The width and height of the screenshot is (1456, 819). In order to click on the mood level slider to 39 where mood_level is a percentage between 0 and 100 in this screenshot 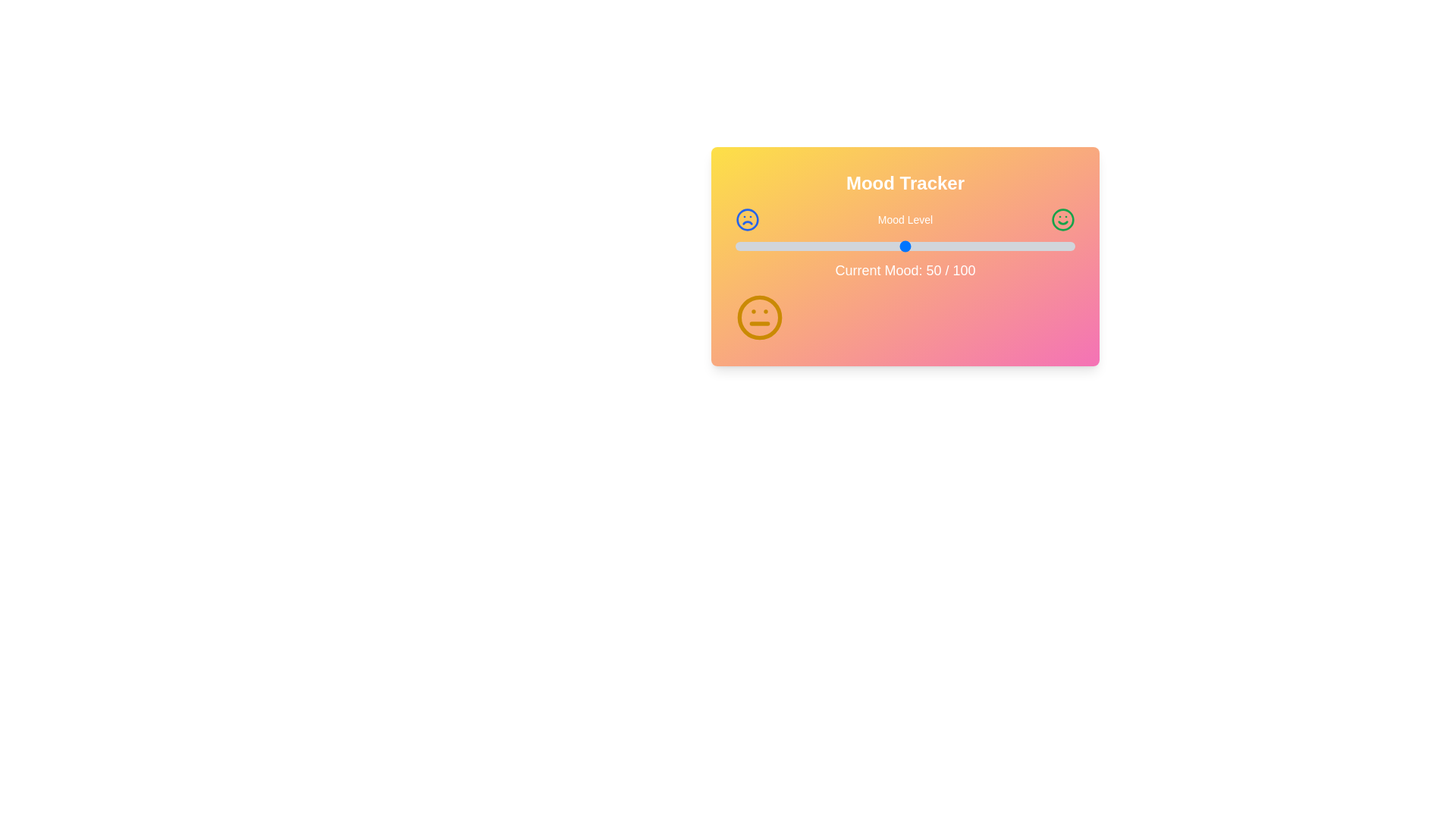, I will do `click(868, 245)`.